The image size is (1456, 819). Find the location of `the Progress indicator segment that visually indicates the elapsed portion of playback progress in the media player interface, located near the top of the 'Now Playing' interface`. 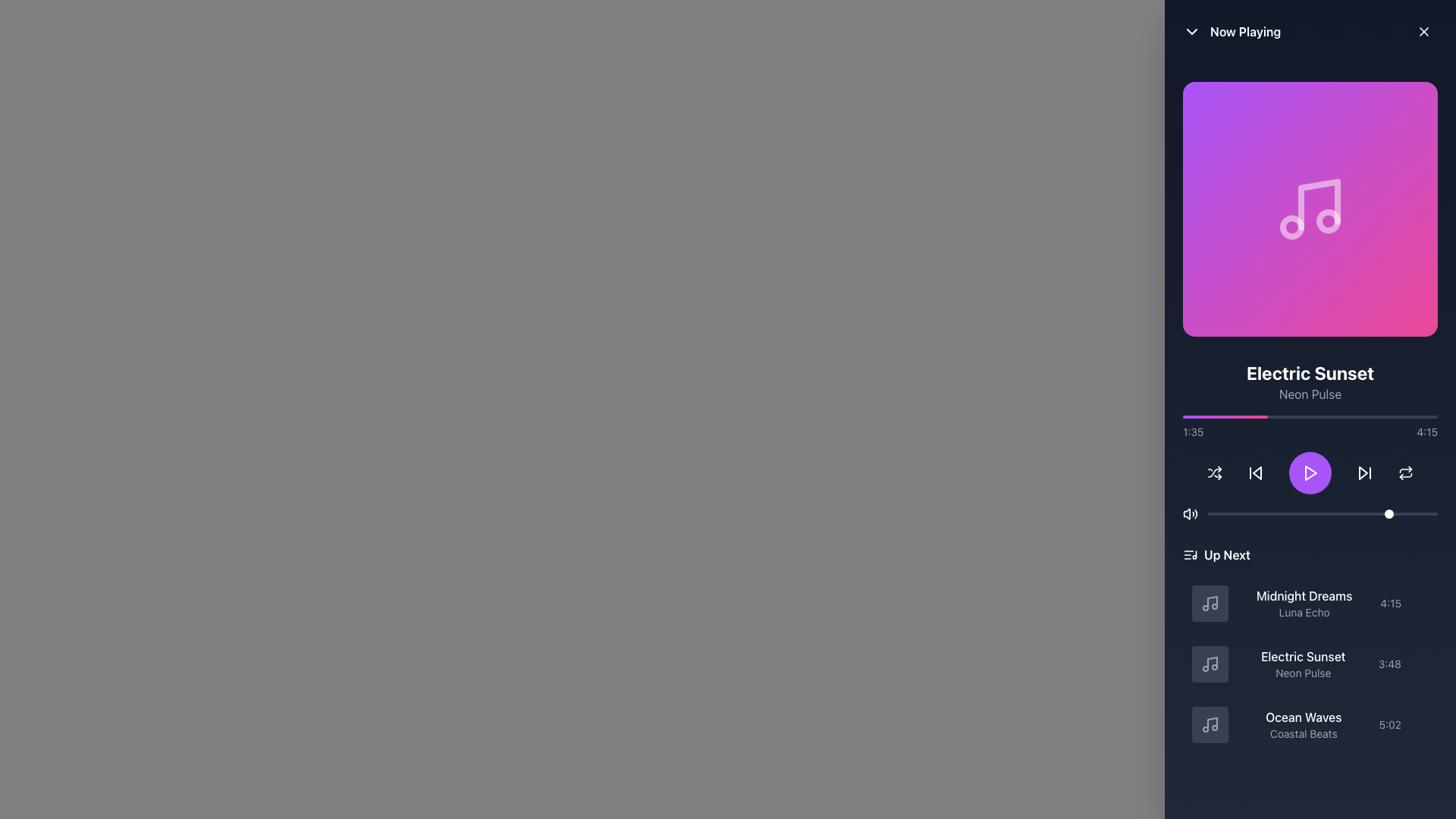

the Progress indicator segment that visually indicates the elapsed portion of playback progress in the media player interface, located near the top of the 'Now Playing' interface is located at coordinates (1225, 417).